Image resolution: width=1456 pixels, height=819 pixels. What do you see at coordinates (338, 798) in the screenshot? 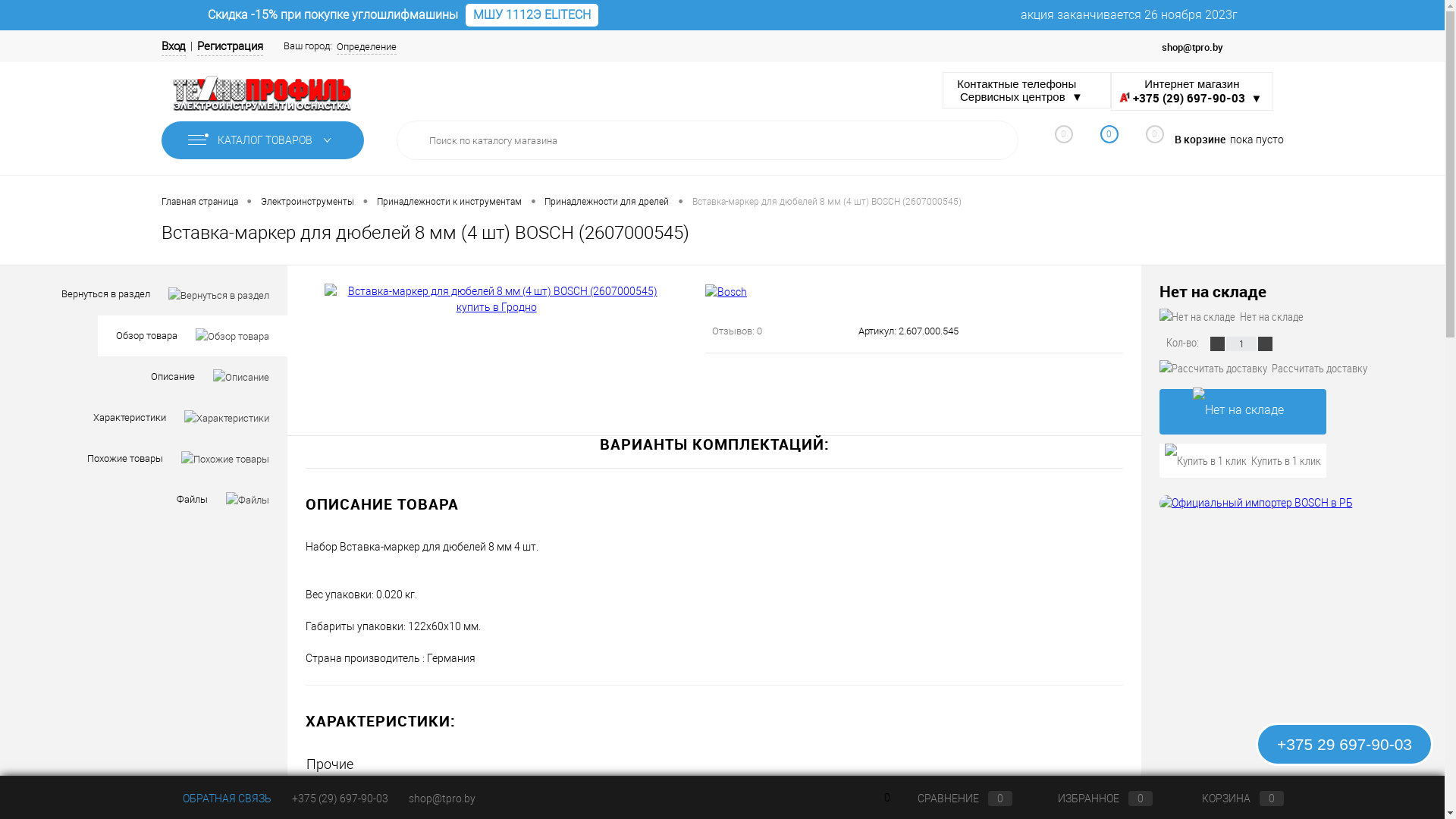
I see `'+375 (29) 697-90-03'` at bounding box center [338, 798].